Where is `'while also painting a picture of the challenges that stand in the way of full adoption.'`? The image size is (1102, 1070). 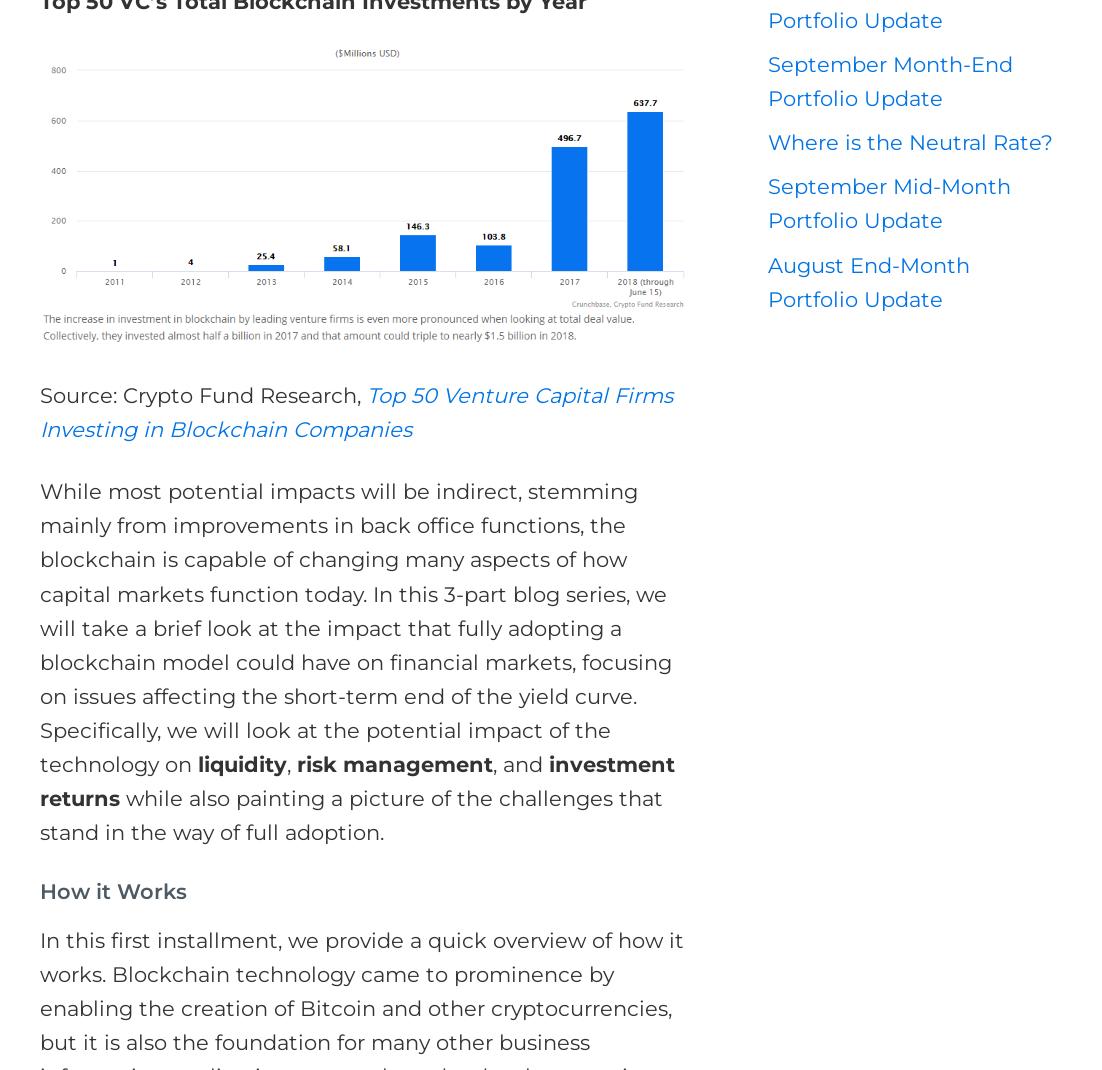 'while also painting a picture of the challenges that stand in the way of full adoption.' is located at coordinates (350, 815).